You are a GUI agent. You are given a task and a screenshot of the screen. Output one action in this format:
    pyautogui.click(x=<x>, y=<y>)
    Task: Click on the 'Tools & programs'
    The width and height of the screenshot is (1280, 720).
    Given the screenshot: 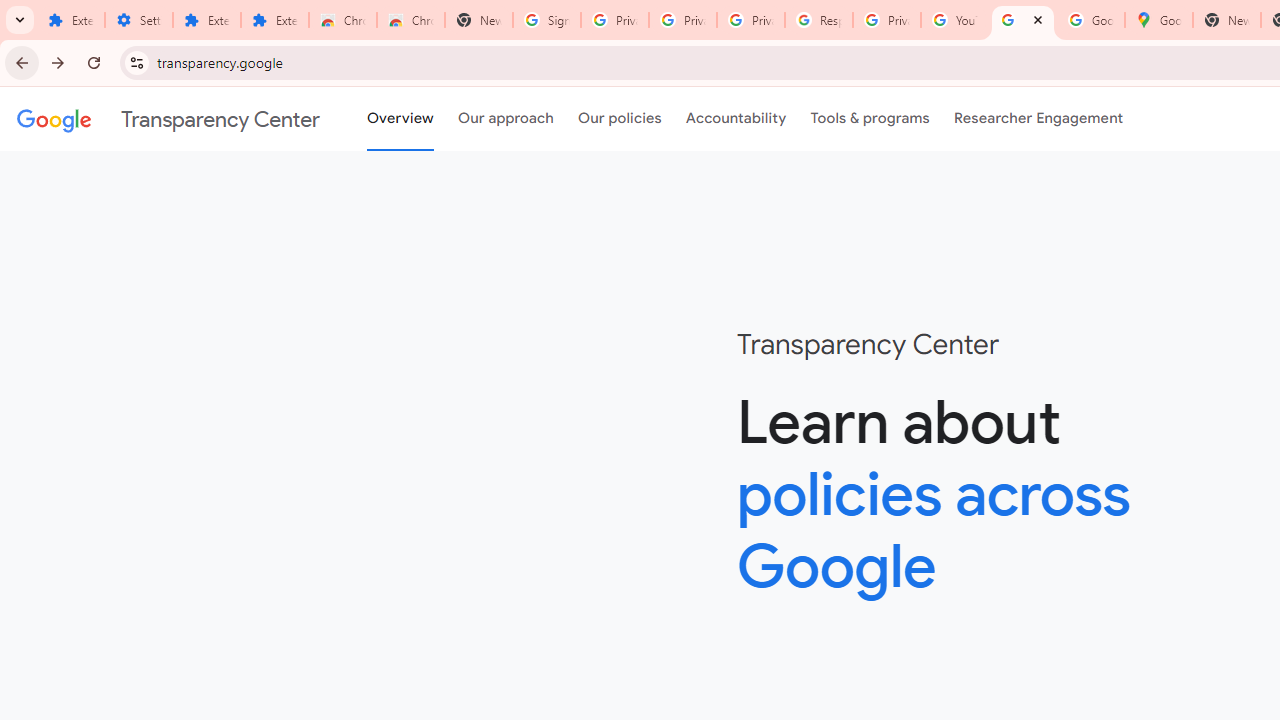 What is the action you would take?
    pyautogui.click(x=869, y=119)
    